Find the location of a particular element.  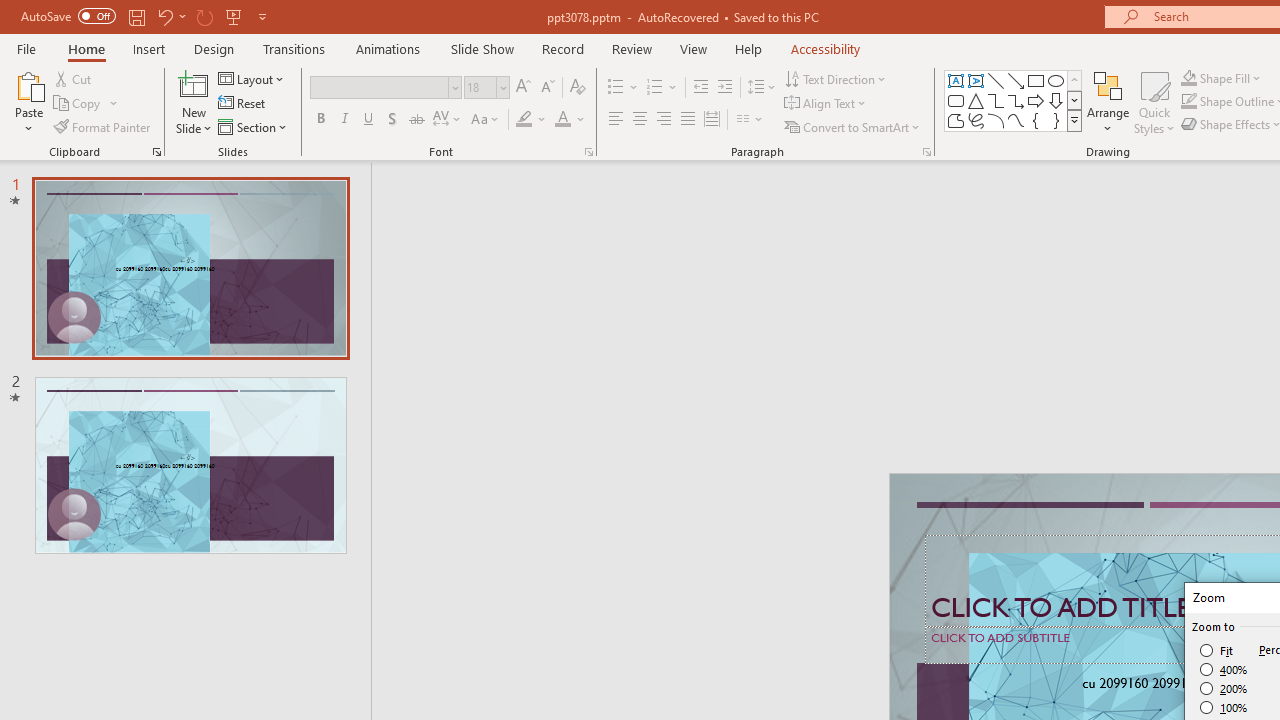

'Text Direction' is located at coordinates (837, 78).